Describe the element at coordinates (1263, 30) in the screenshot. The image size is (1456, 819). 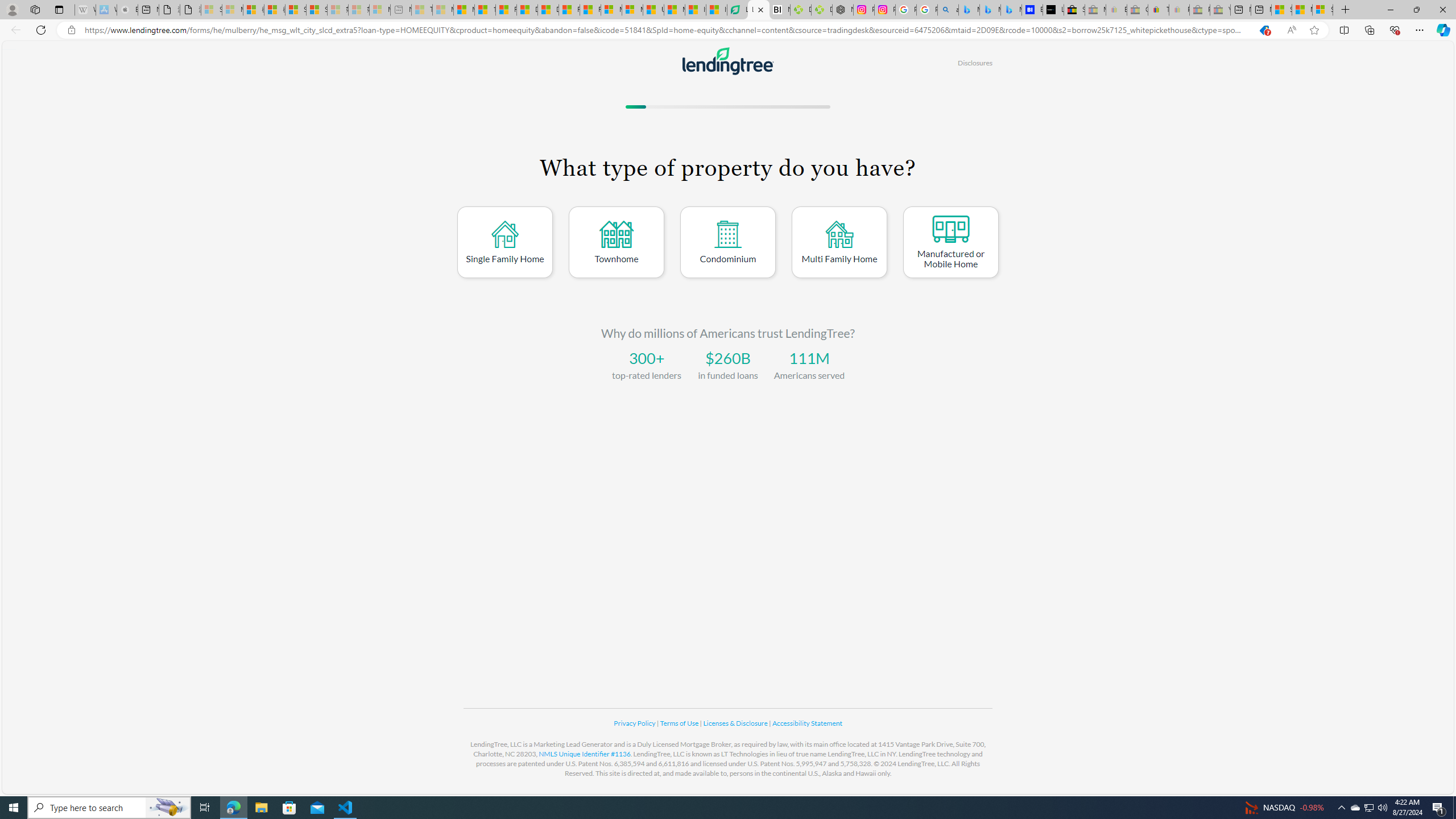
I see `'This site has coupons! Shopping in Microsoft Edge, 7'` at that location.